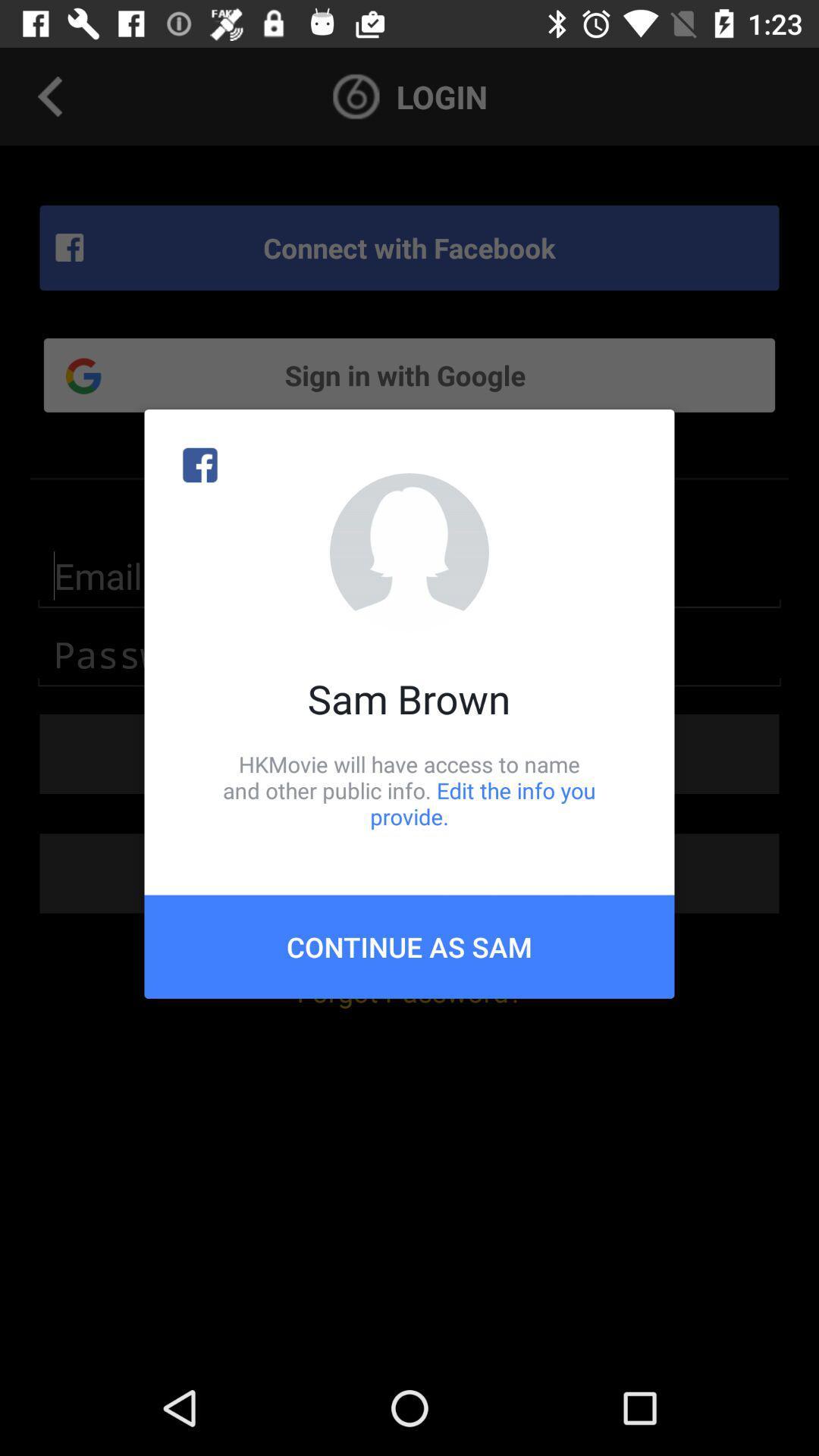  I want to click on hkmovie will have, so click(409, 789).